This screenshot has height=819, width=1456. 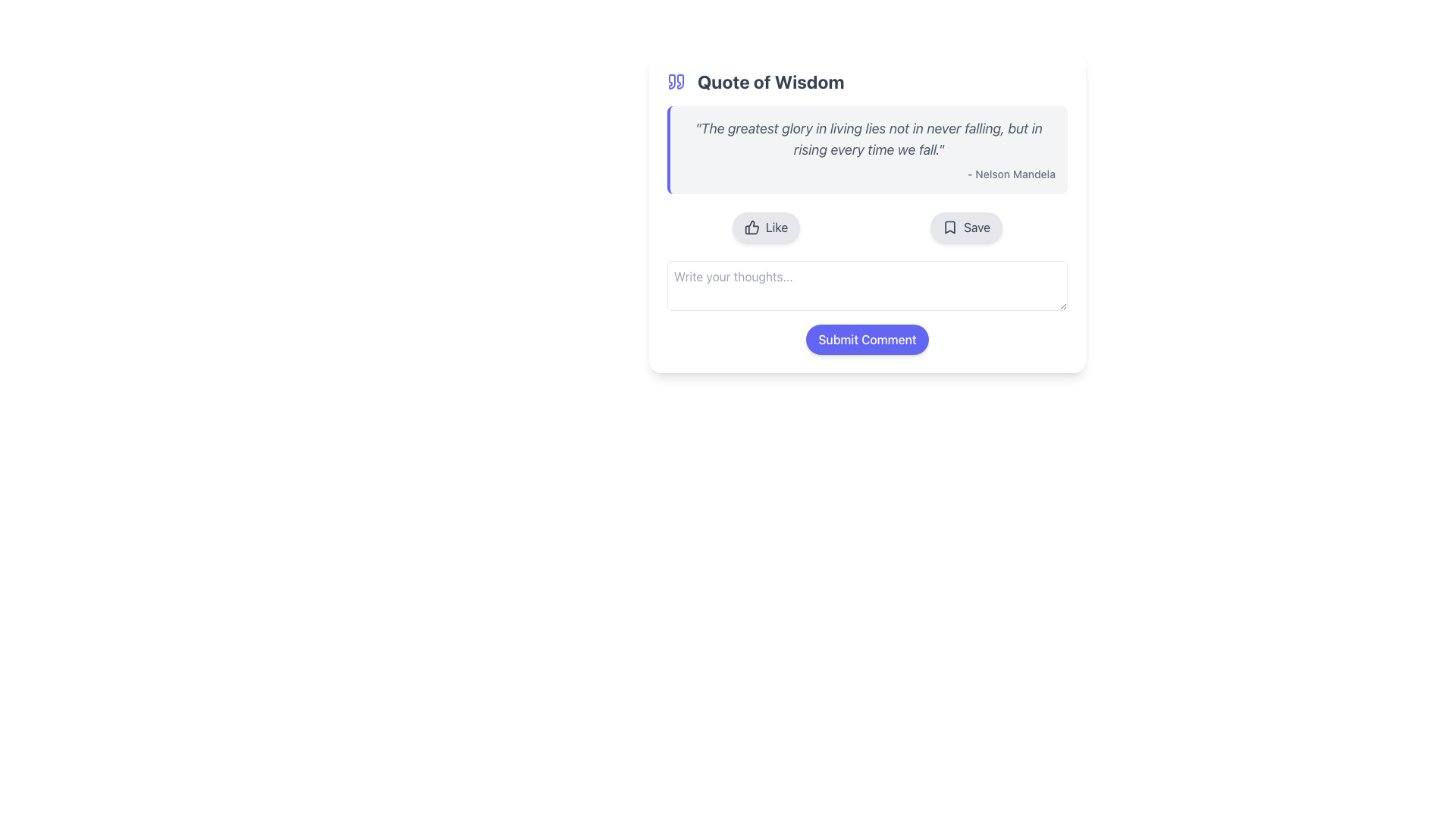 I want to click on the 'Quote of Wisdom' text label, which is a bold heading in dark gray color located at the upper part of a card-like component, so click(x=770, y=82).